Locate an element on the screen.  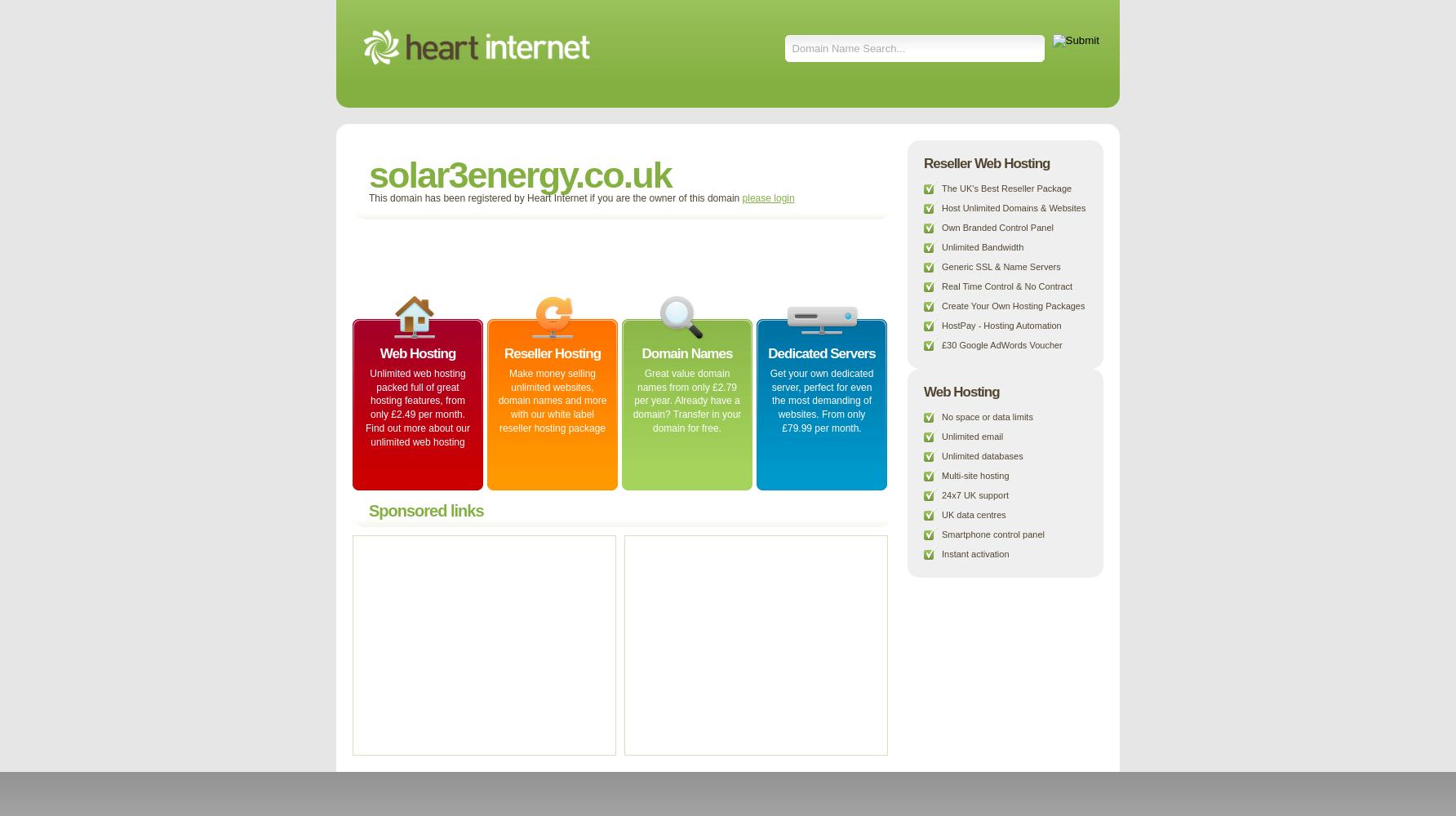
'Unlimited web hosting packed full of great hosting features, from only £2.49 per month. Find out more about our unlimited web hosting' is located at coordinates (365, 406).